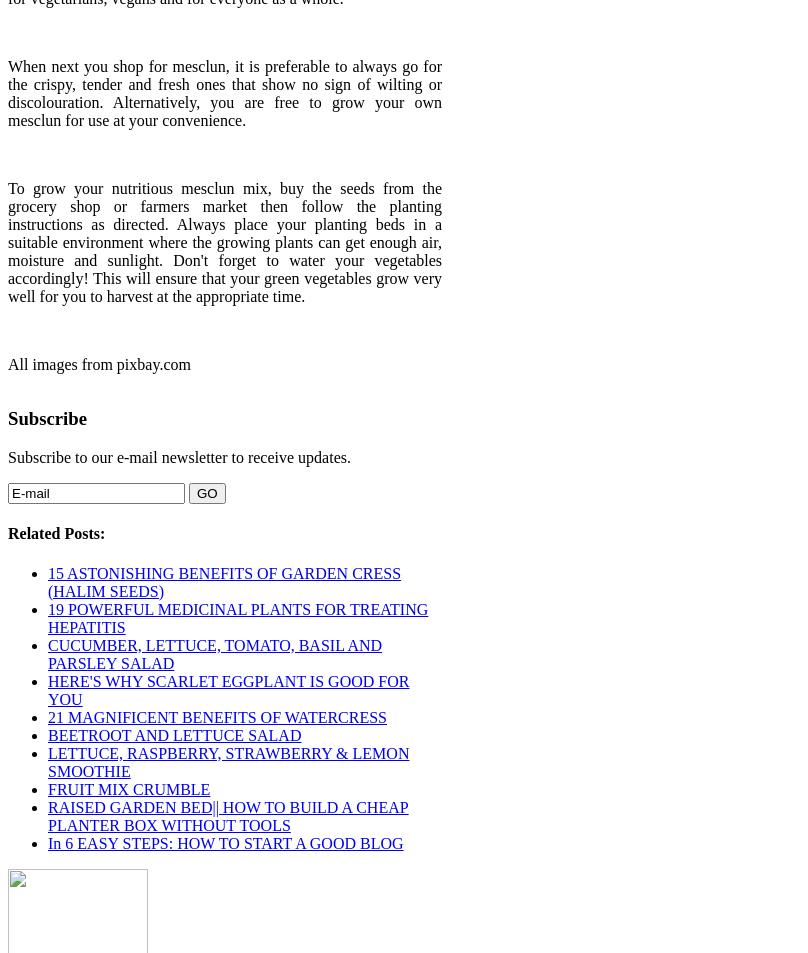 The height and width of the screenshot is (953, 808). What do you see at coordinates (225, 842) in the screenshot?
I see `'In 6 EASY STEPS: HOW TO START A GOOD BLOG'` at bounding box center [225, 842].